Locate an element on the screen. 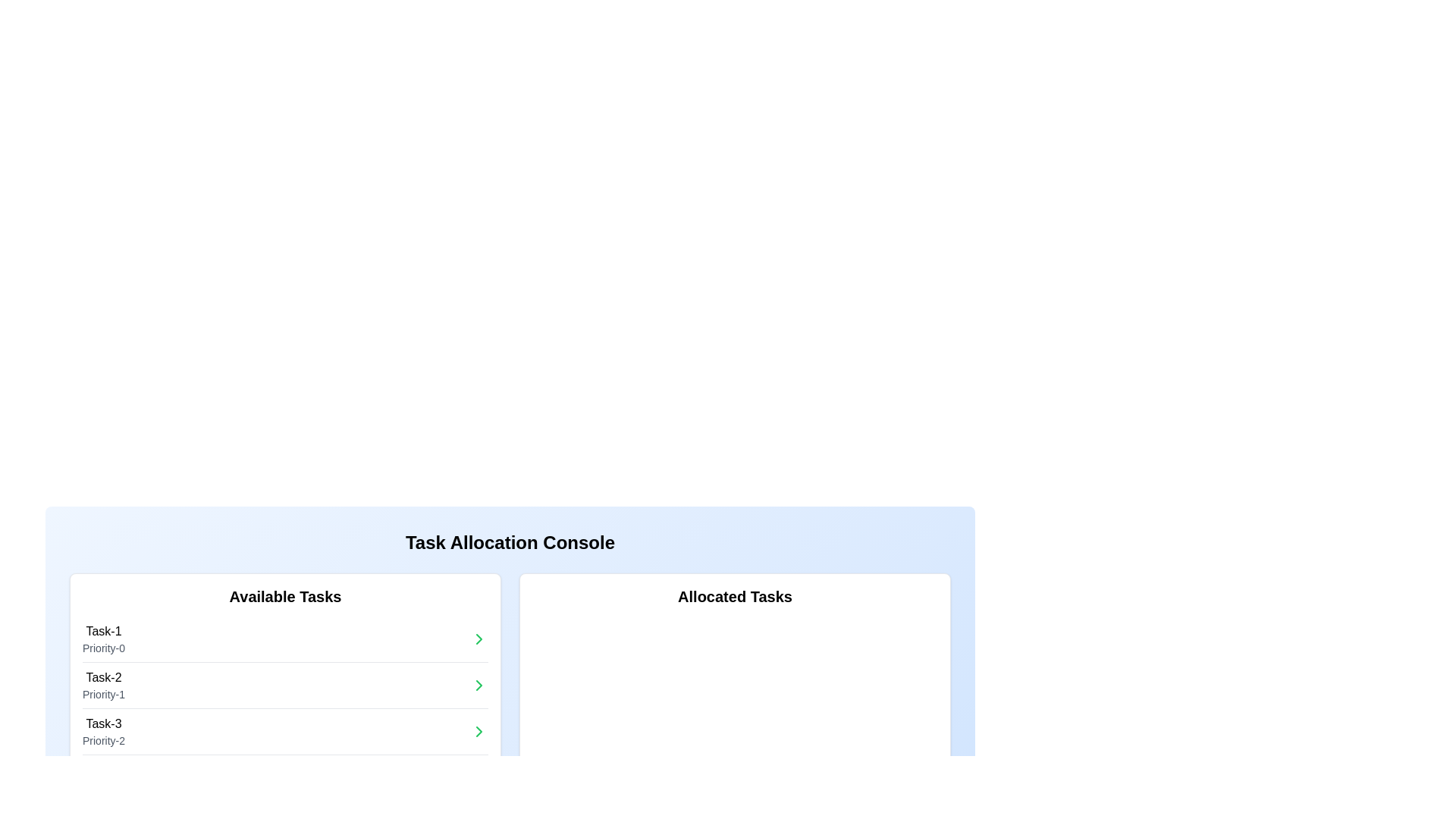  on the static text element that serves as the header for the 'Allocated Tasks' section, indicating its content or purpose is located at coordinates (735, 595).